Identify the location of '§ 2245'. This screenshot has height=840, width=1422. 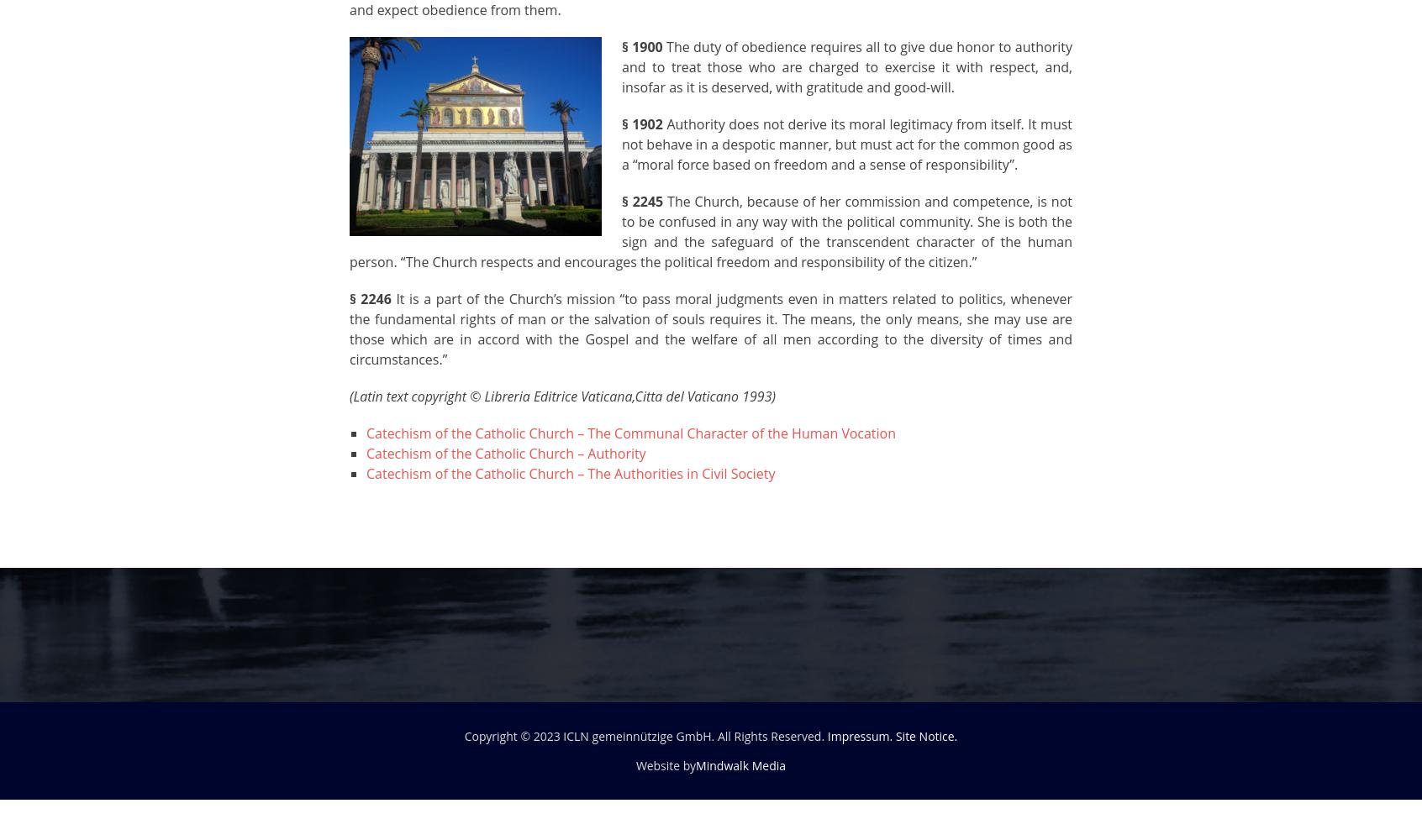
(641, 201).